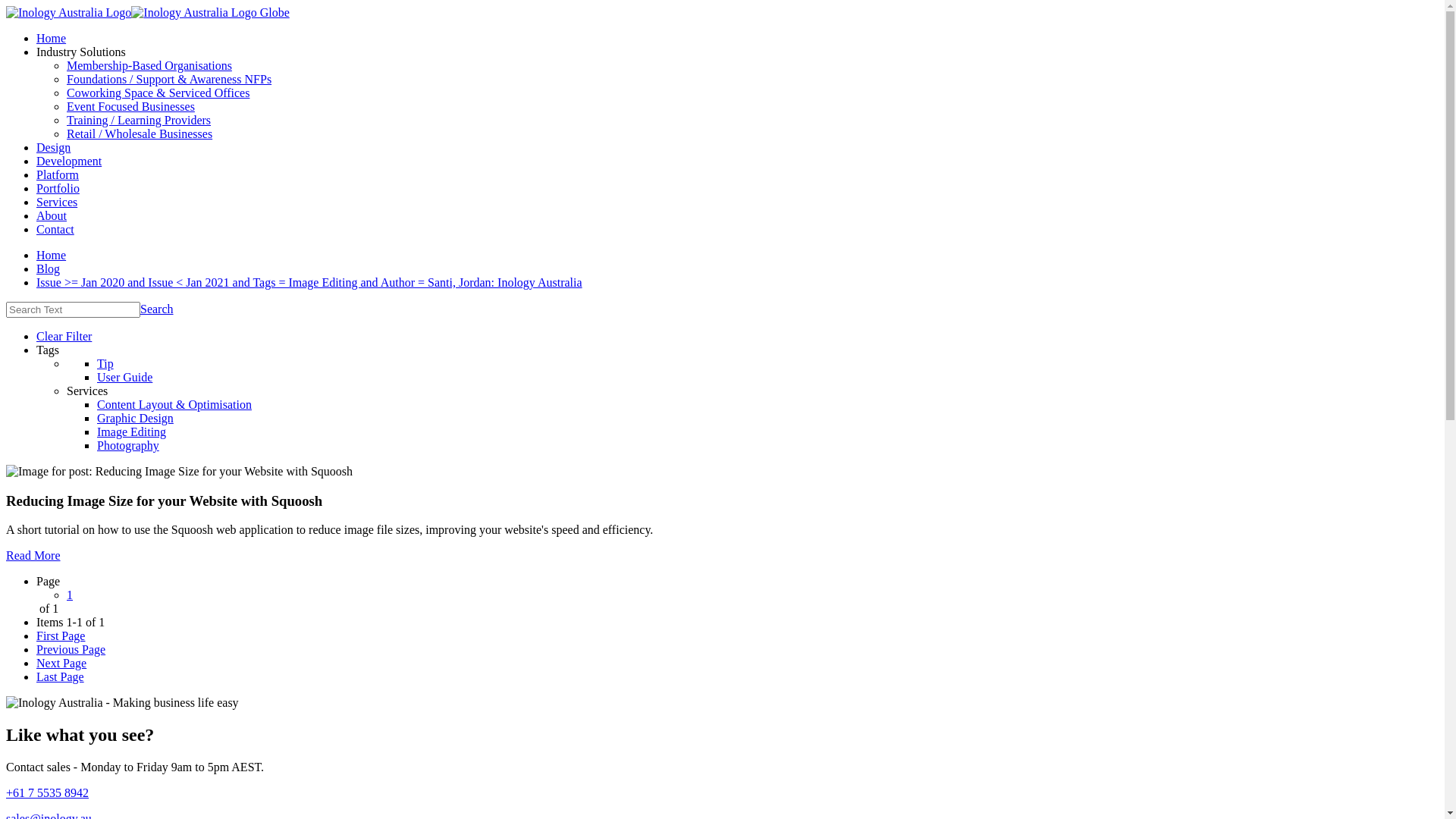 The width and height of the screenshot is (1456, 819). Describe the element at coordinates (36, 335) in the screenshot. I see `'Clear Filter'` at that location.